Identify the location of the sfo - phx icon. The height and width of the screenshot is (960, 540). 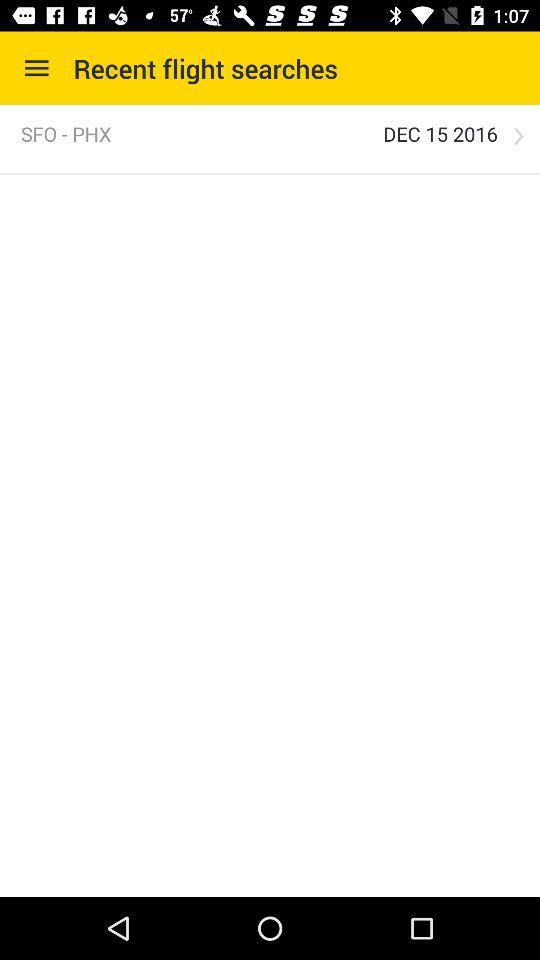
(66, 133).